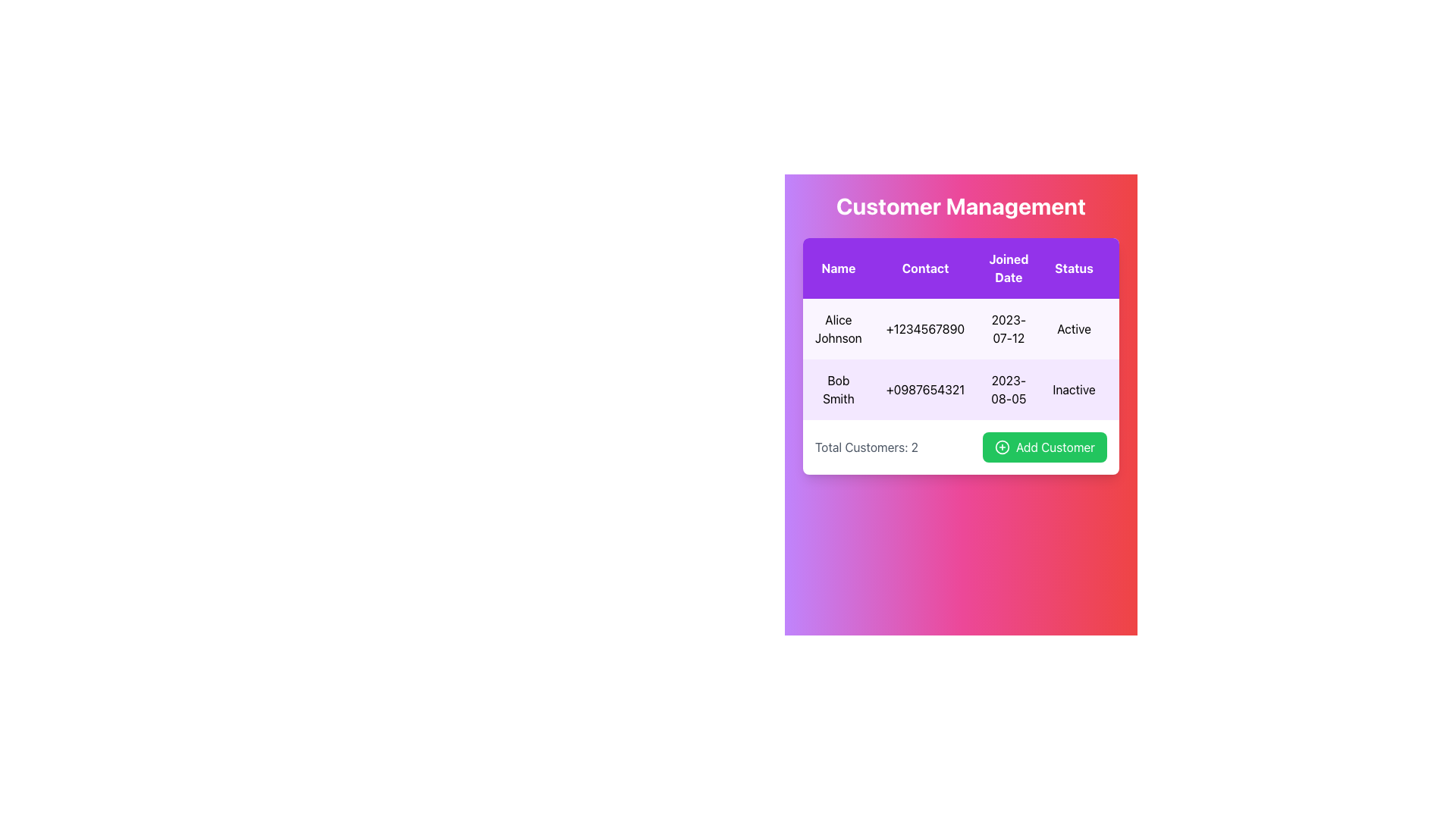  Describe the element at coordinates (1055, 447) in the screenshot. I see `the 'Add Customer' text within the green button located at the bottom-right corner of the customer management module` at that location.